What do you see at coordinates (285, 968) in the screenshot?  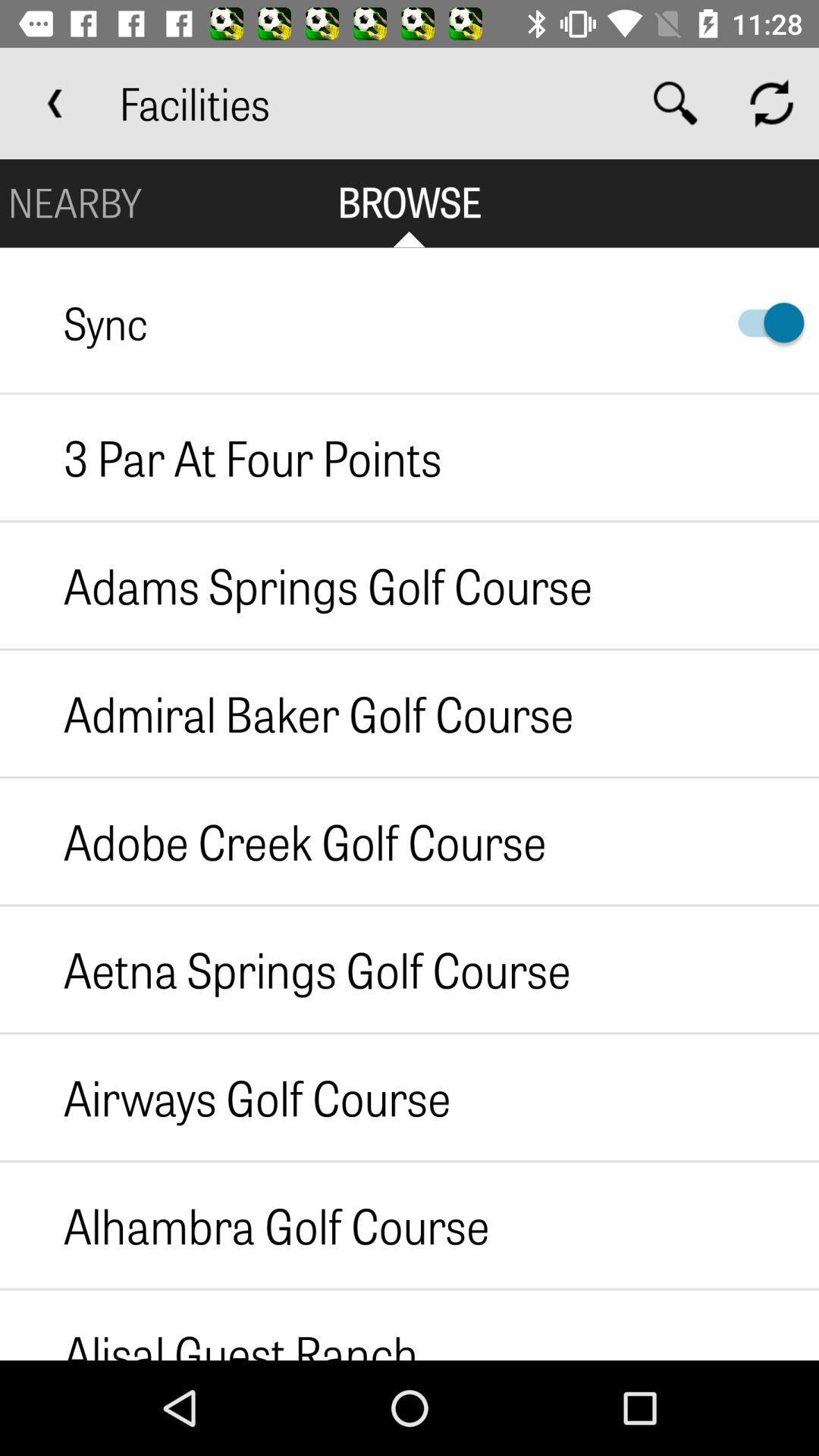 I see `the item above the airways golf course icon` at bounding box center [285, 968].